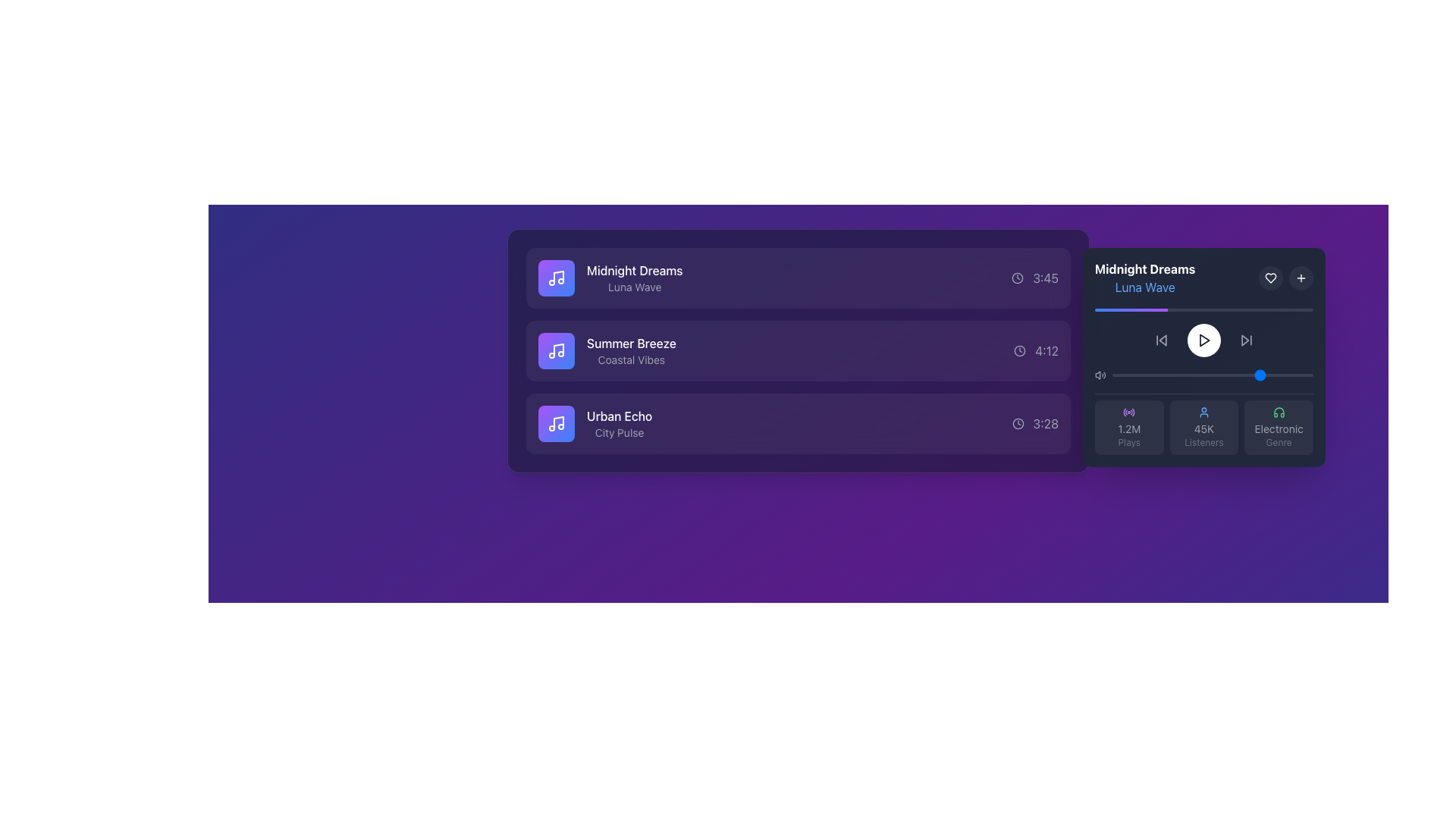  I want to click on the SVG Circle that represents the outline of a clock face, located at the center of a clock-like icon within the second list item of a vertical list on the left-hand side of the interface, so click(1020, 350).